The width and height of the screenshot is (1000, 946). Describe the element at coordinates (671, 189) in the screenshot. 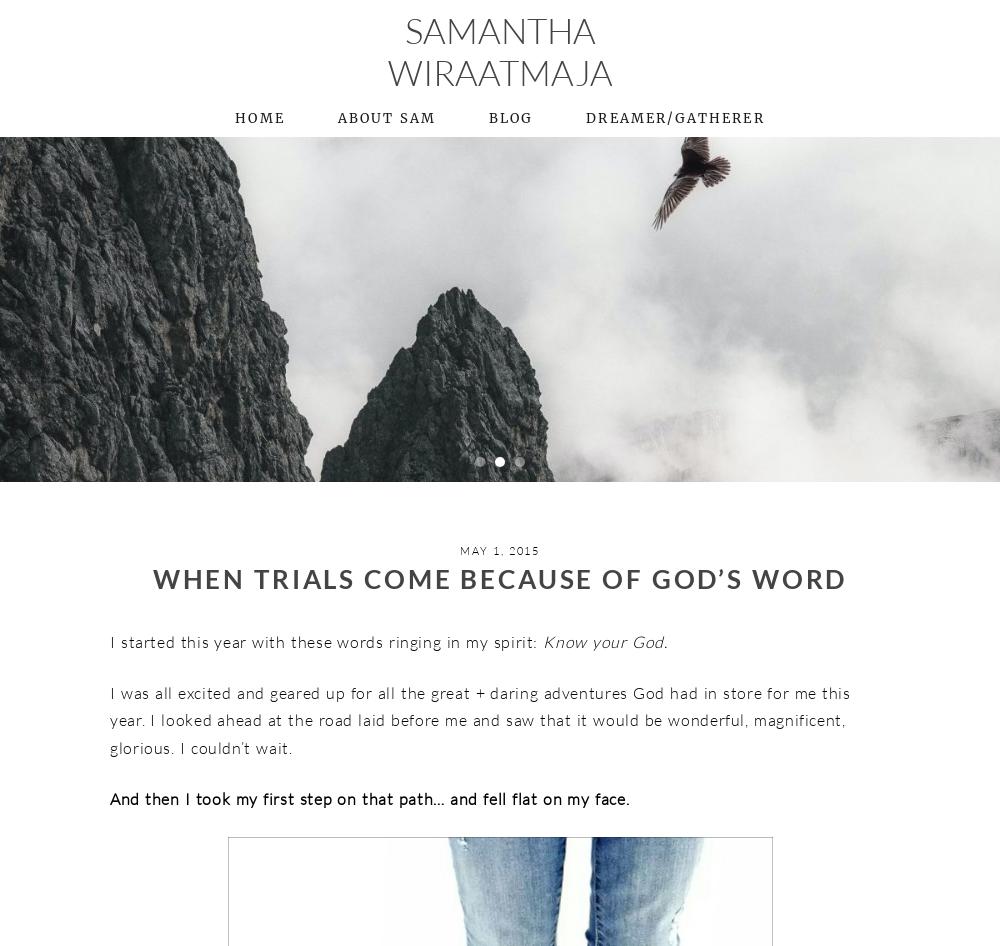

I see `'+ Dream Room'` at that location.